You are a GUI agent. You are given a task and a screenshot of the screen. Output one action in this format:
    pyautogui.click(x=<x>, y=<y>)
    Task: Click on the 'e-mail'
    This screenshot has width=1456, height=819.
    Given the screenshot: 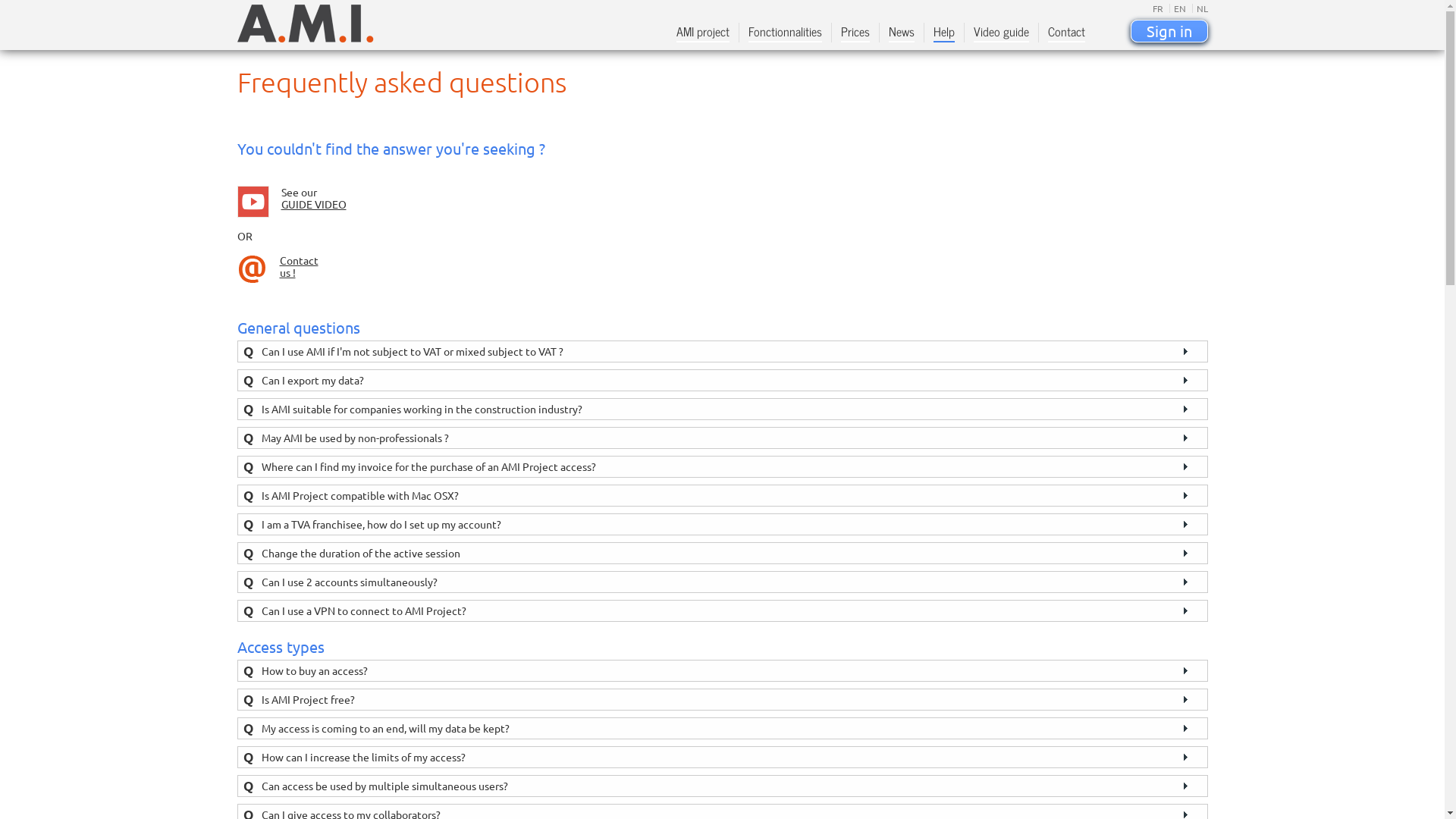 What is the action you would take?
    pyautogui.click(x=251, y=268)
    